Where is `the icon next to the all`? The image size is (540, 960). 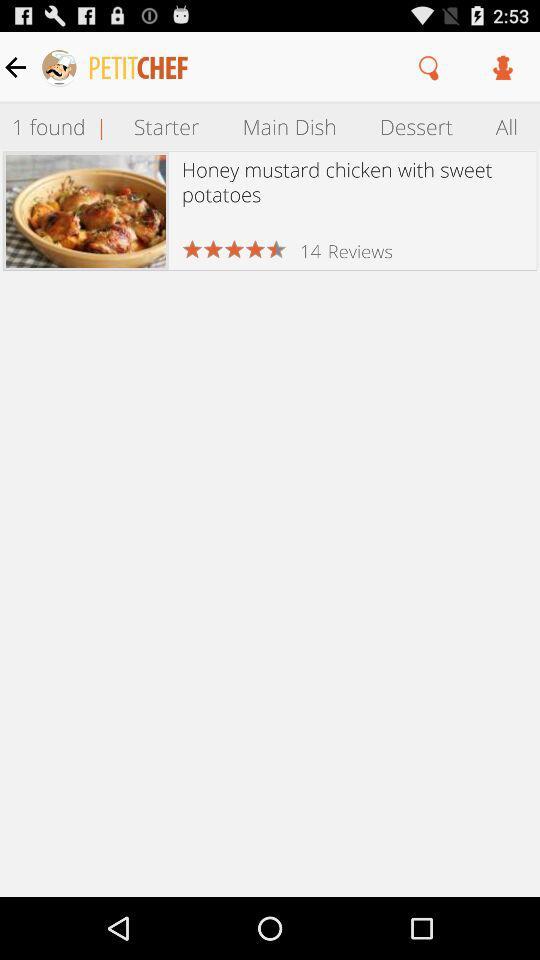
the icon next to the all is located at coordinates (415, 125).